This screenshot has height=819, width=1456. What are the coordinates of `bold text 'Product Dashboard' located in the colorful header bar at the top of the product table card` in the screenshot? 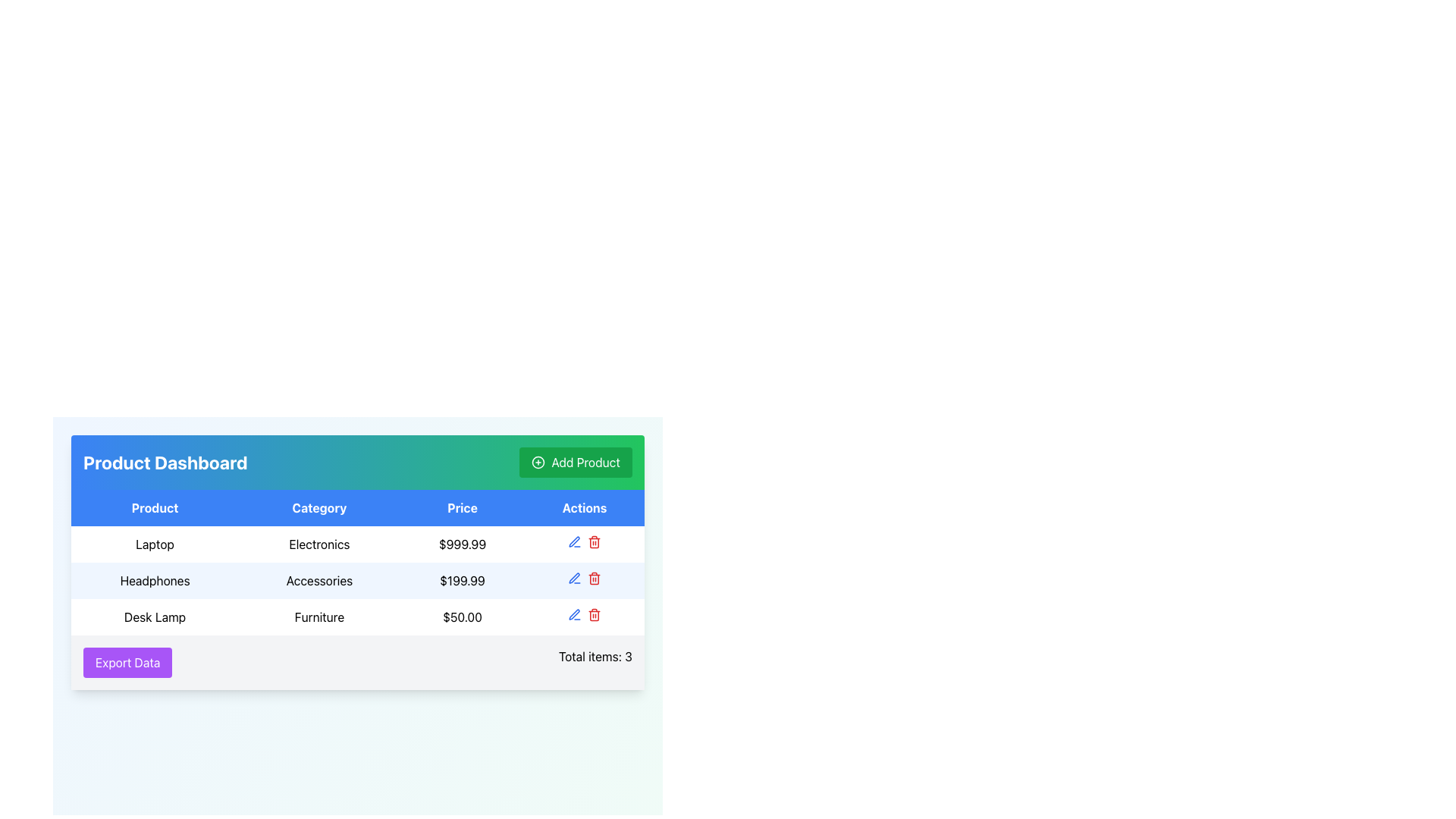 It's located at (165, 461).